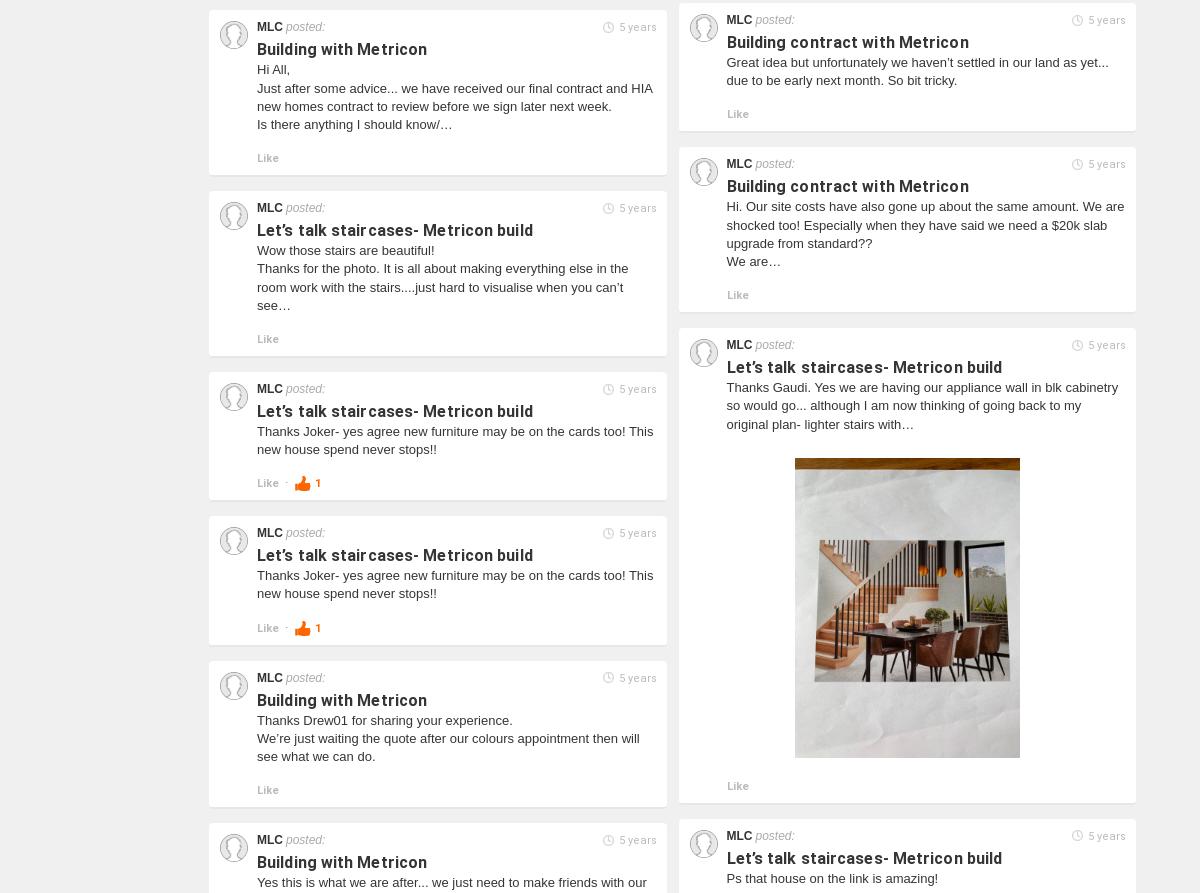  What do you see at coordinates (442, 285) in the screenshot?
I see `'Thanks for the photo. It is all about making everything else in the room work with the stairs....just hard to visualise when you can’t see…'` at bounding box center [442, 285].